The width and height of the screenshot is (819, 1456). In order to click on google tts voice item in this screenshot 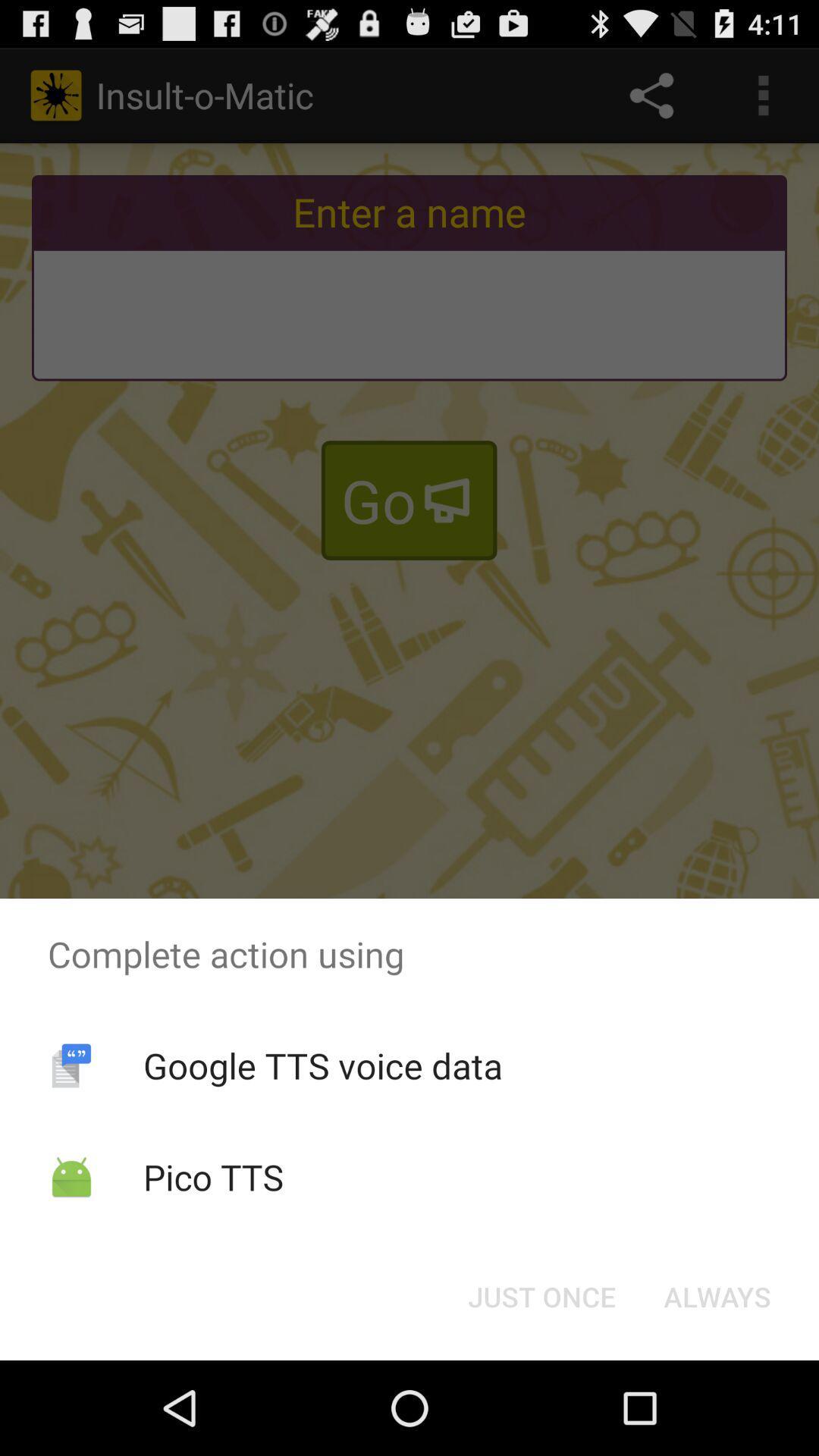, I will do `click(322, 1065)`.